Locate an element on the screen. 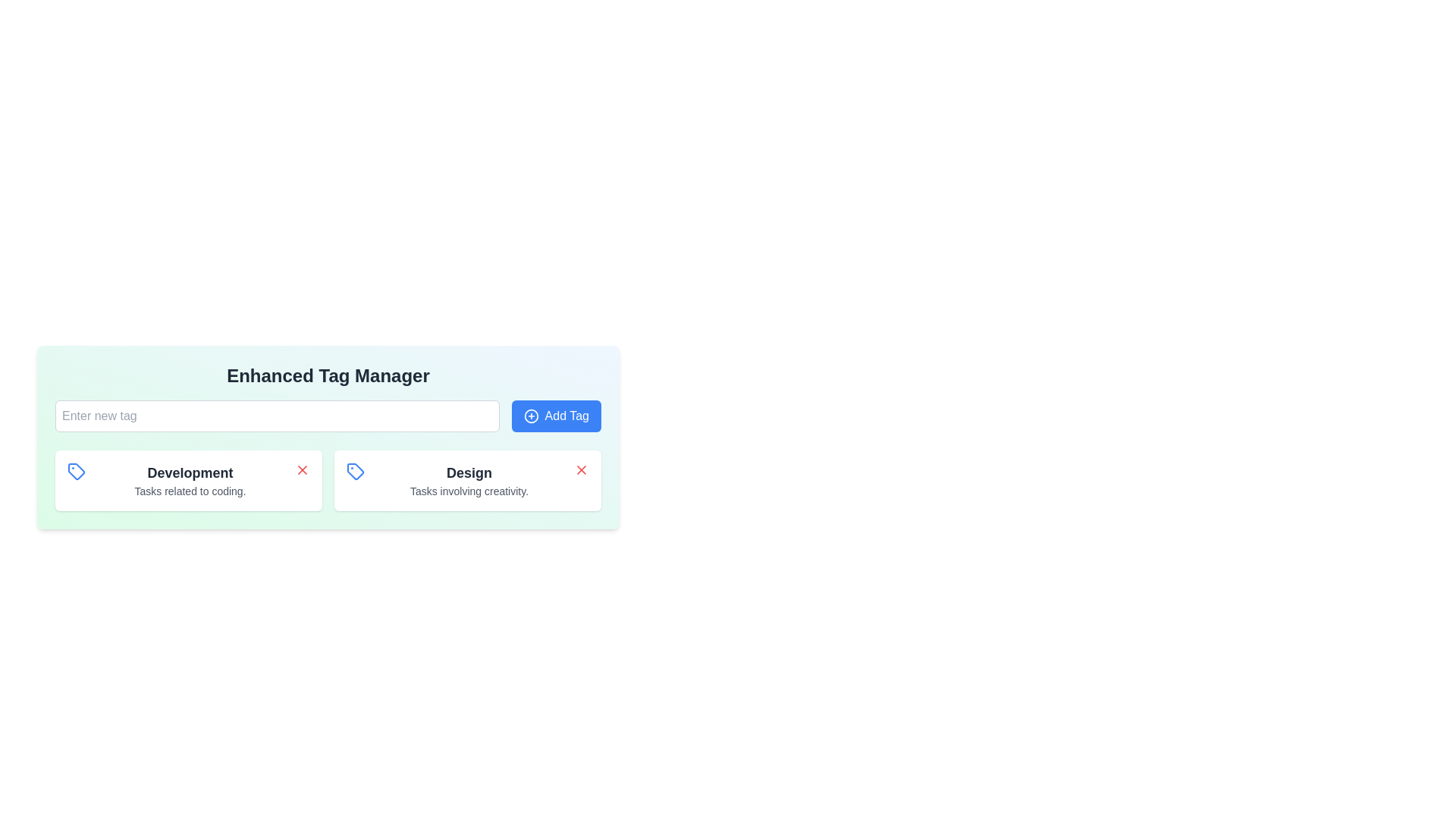 Image resolution: width=1456 pixels, height=819 pixels. the 'Development' informational card is located at coordinates (188, 480).